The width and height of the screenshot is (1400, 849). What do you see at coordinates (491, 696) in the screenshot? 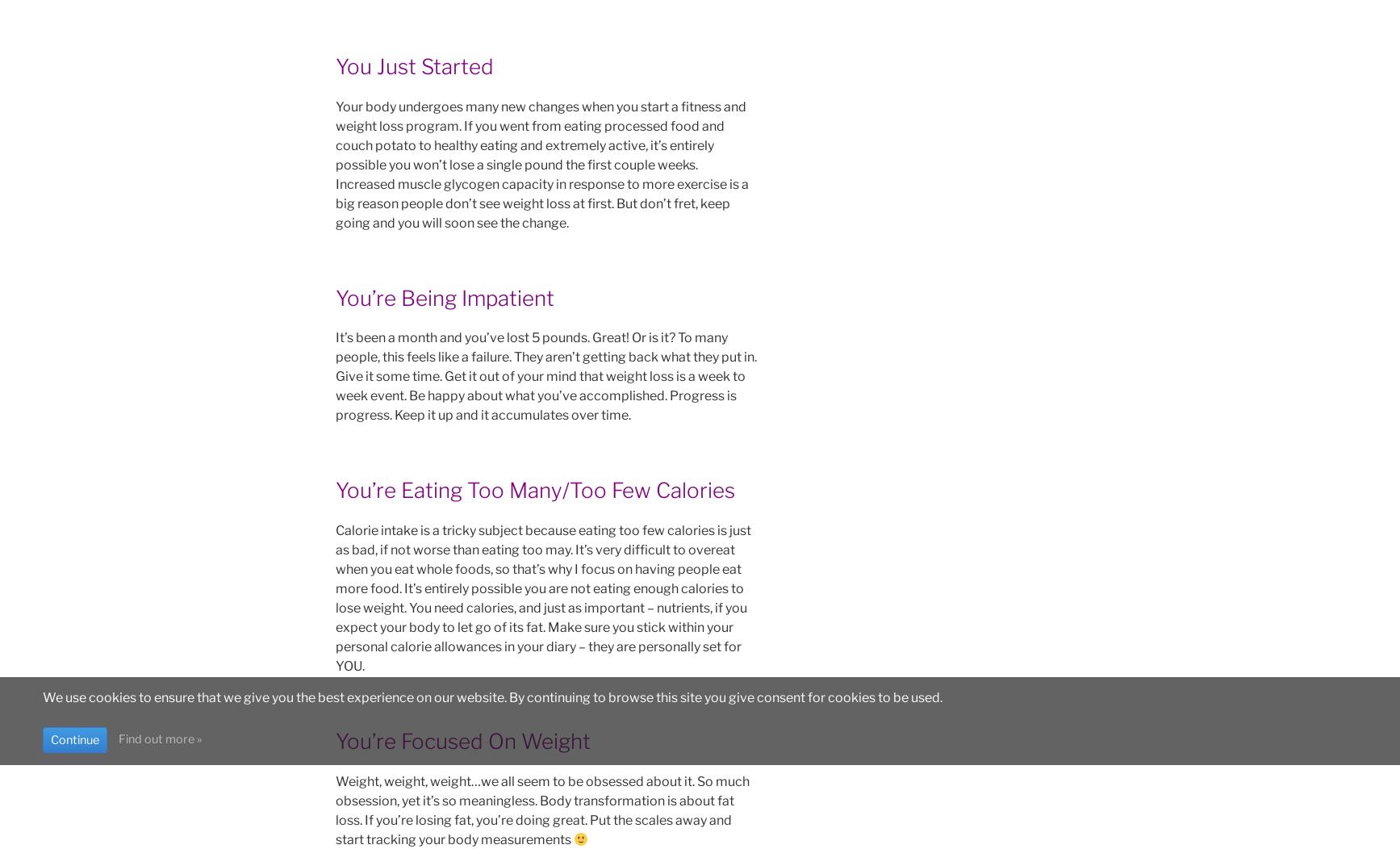
I see `'We use cookies to ensure that we give you the best experience on our website. By continuing to browse this site you give consent for cookies to be used.'` at bounding box center [491, 696].